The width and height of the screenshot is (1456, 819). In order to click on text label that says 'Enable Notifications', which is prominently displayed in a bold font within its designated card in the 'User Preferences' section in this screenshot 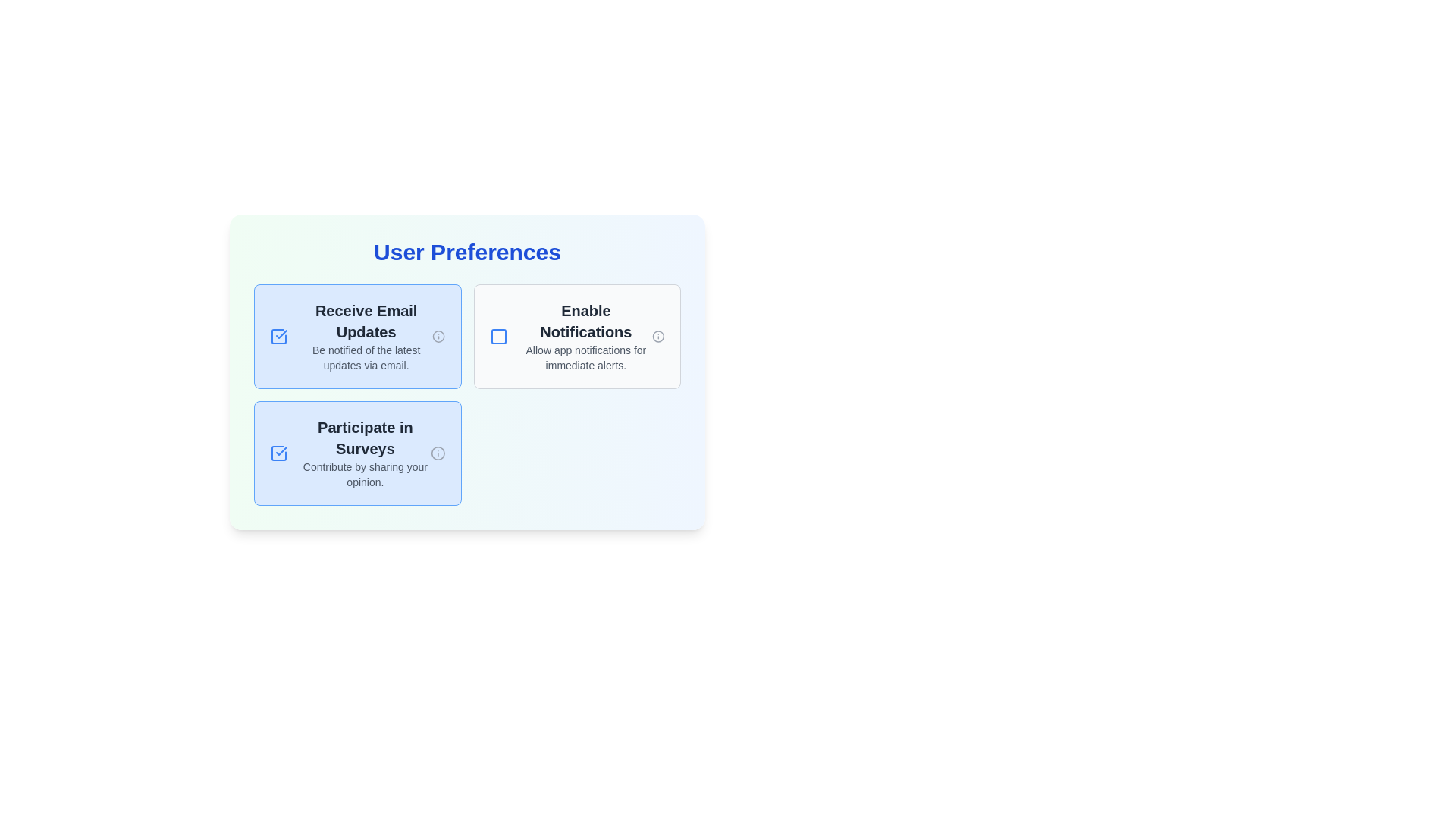, I will do `click(585, 321)`.